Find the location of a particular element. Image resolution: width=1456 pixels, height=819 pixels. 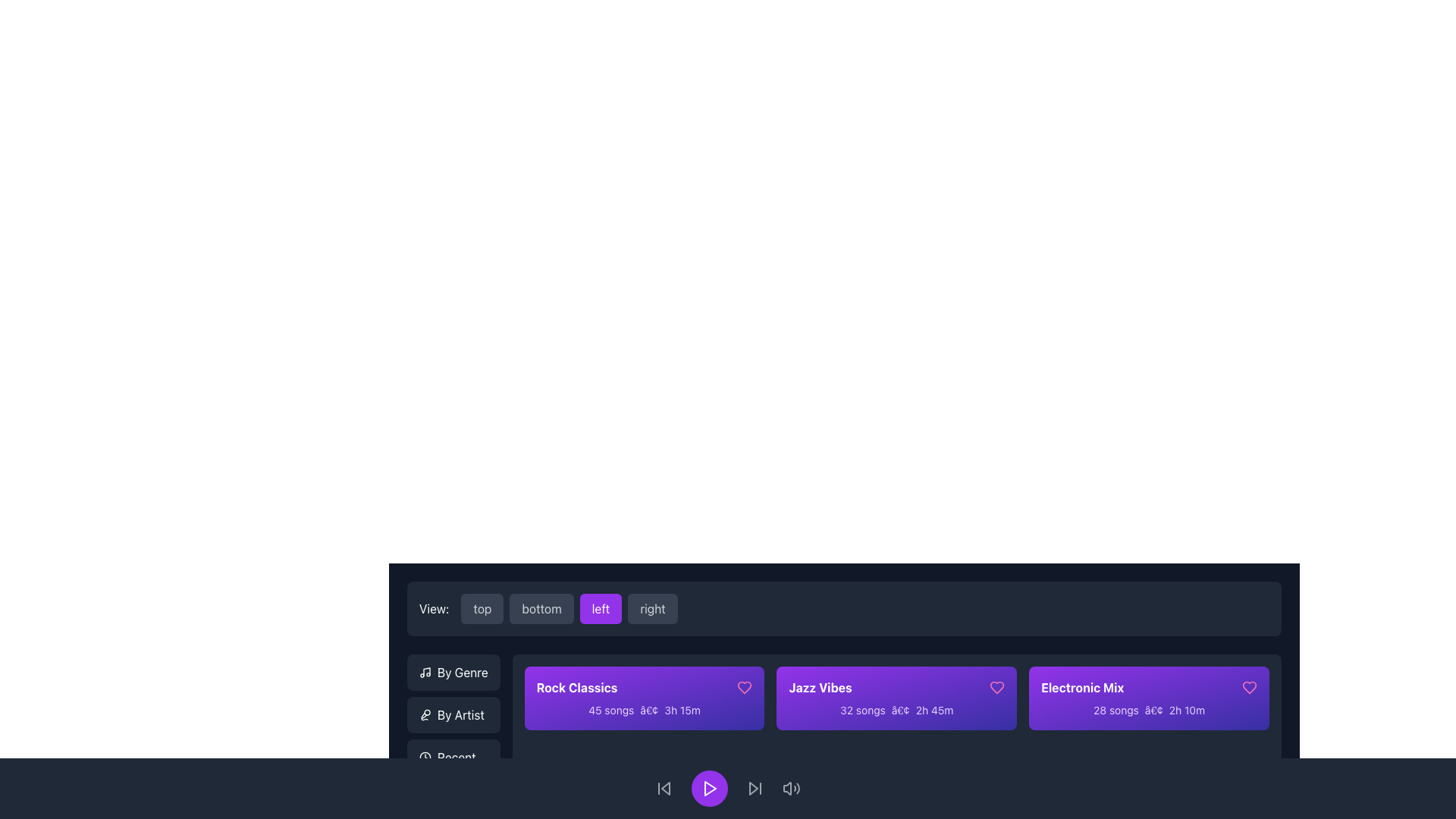

the Control Panel at the bottom of the interface is located at coordinates (728, 788).